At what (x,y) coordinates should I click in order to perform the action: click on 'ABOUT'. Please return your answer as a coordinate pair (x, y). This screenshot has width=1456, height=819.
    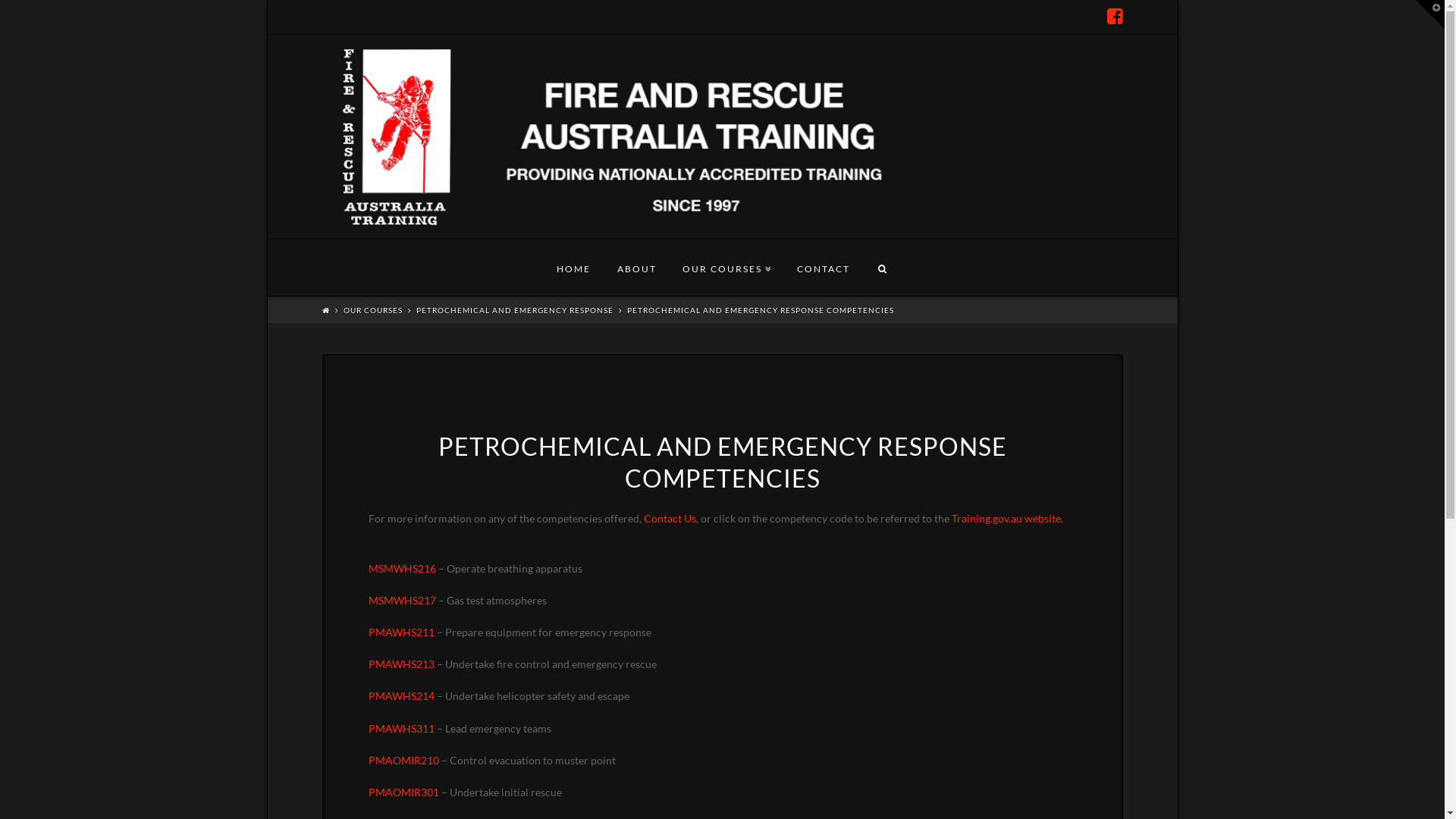
    Looking at the image, I should click on (636, 266).